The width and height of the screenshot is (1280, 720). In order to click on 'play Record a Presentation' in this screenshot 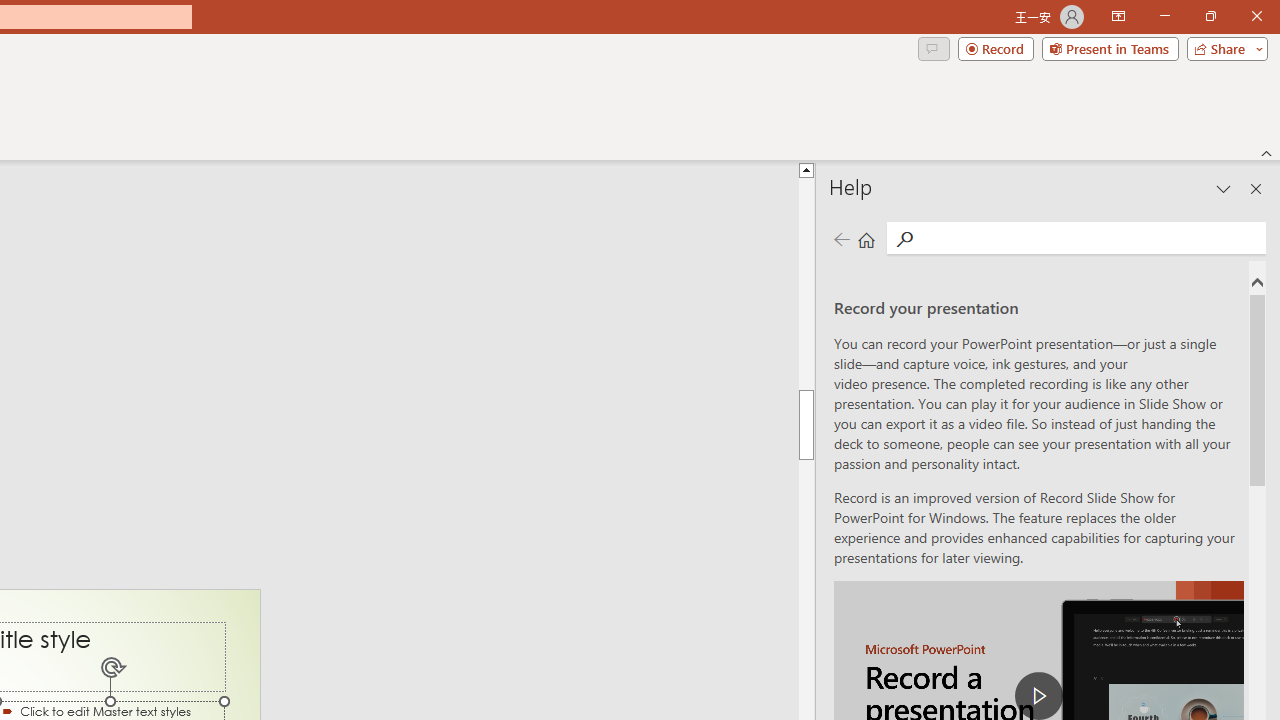, I will do `click(1038, 694)`.